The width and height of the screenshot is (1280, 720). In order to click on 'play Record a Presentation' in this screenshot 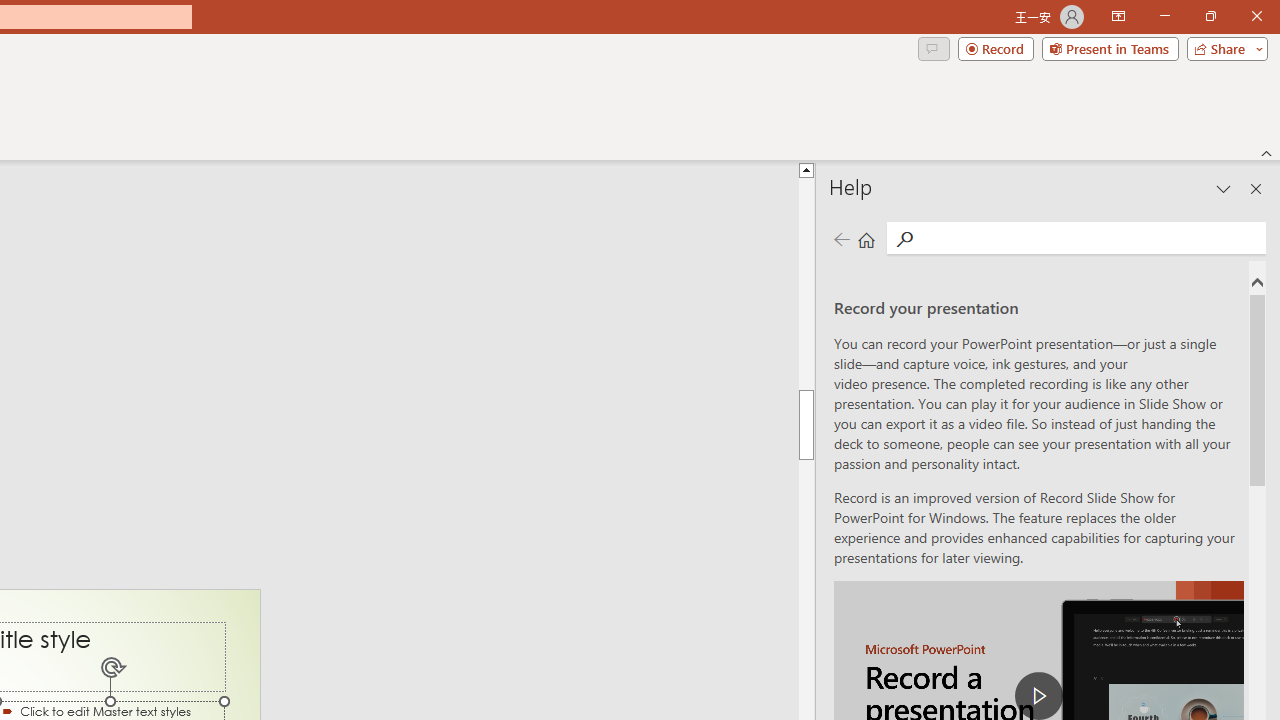, I will do `click(1038, 694)`.